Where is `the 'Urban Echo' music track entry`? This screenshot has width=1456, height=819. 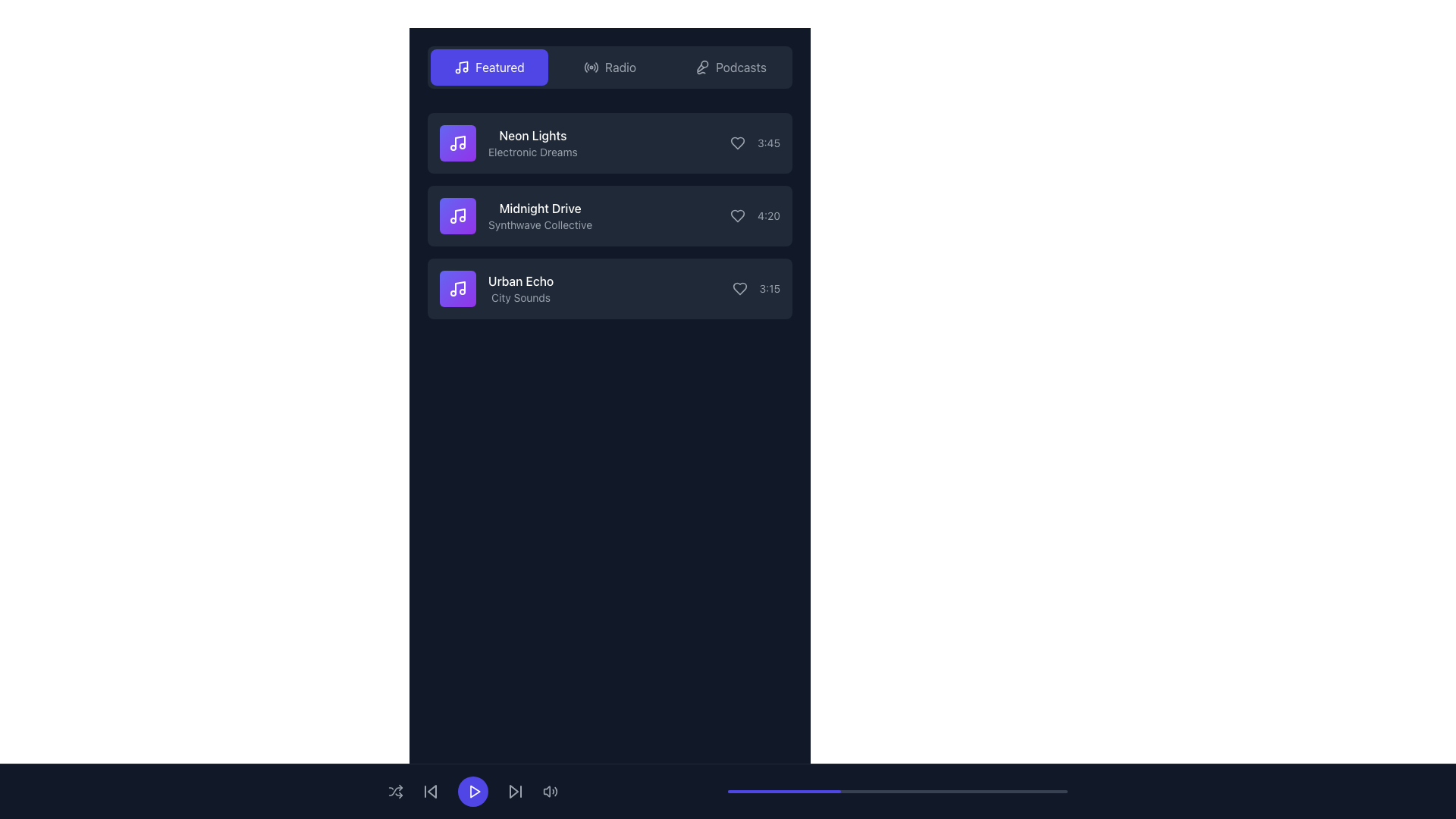 the 'Urban Echo' music track entry is located at coordinates (496, 289).